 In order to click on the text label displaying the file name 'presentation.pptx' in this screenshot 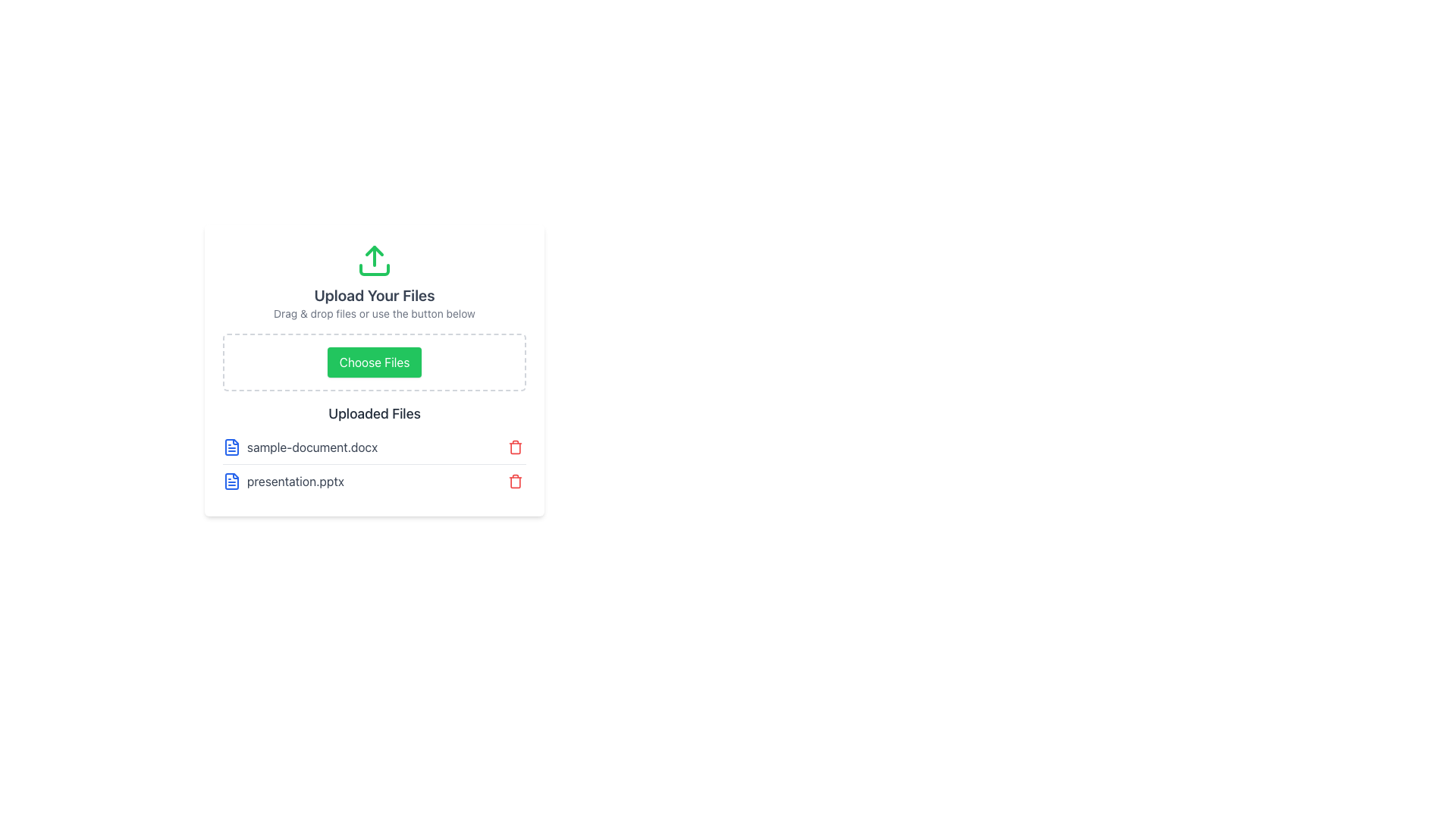, I will do `click(295, 482)`.